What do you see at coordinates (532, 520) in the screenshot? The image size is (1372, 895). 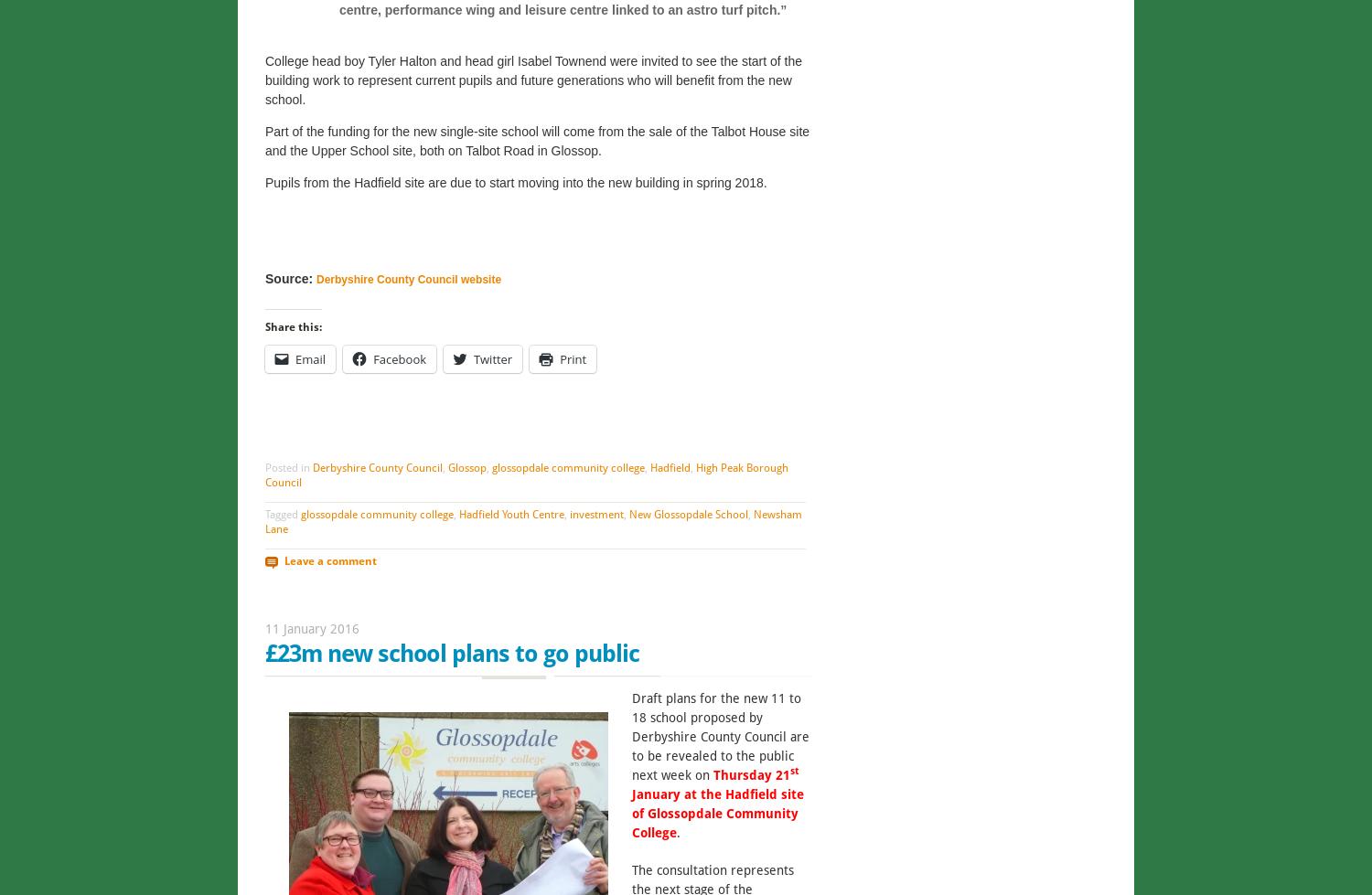 I see `'Newsham Lane'` at bounding box center [532, 520].